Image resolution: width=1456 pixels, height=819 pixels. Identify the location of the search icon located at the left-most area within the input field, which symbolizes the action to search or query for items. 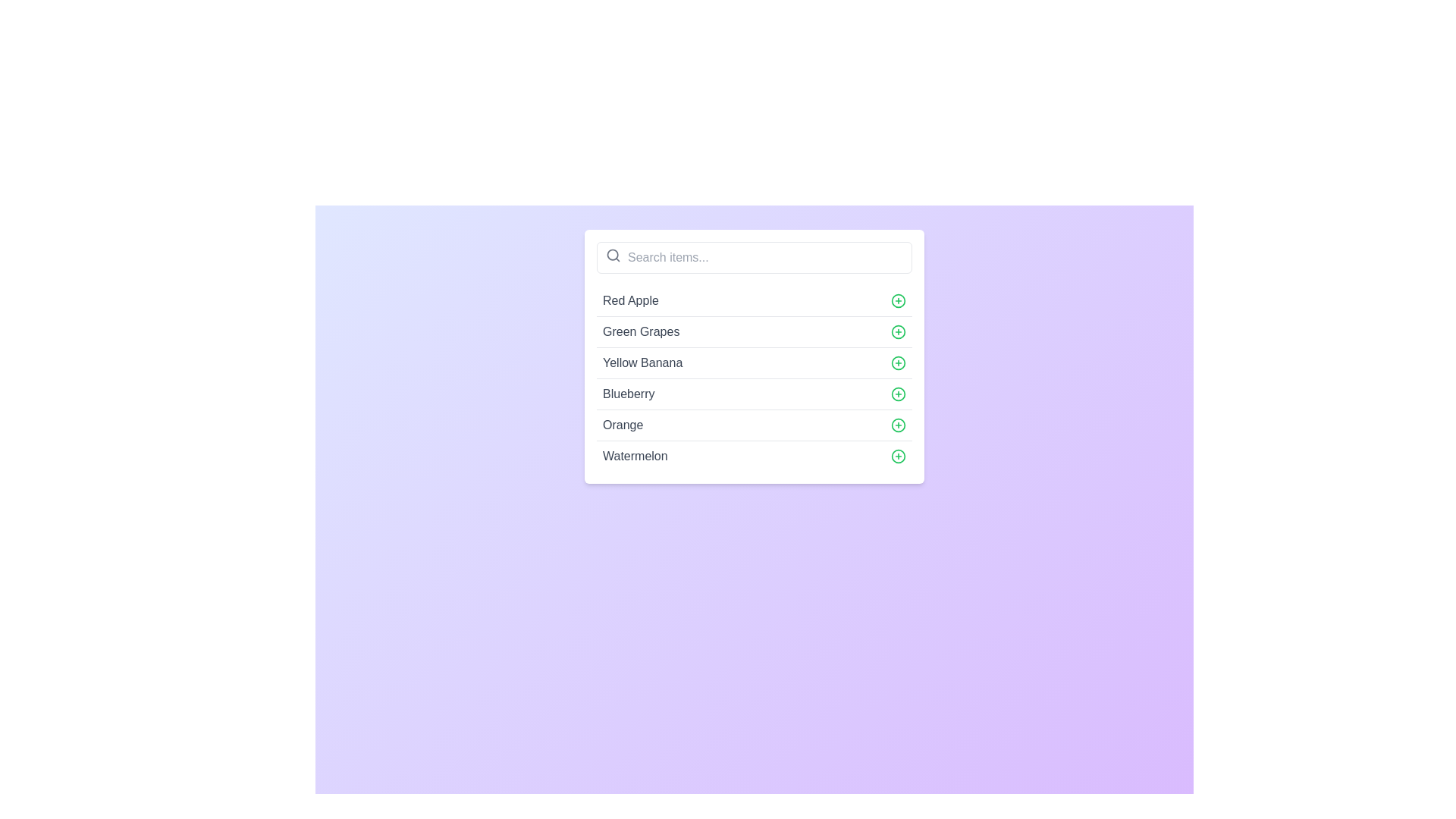
(613, 254).